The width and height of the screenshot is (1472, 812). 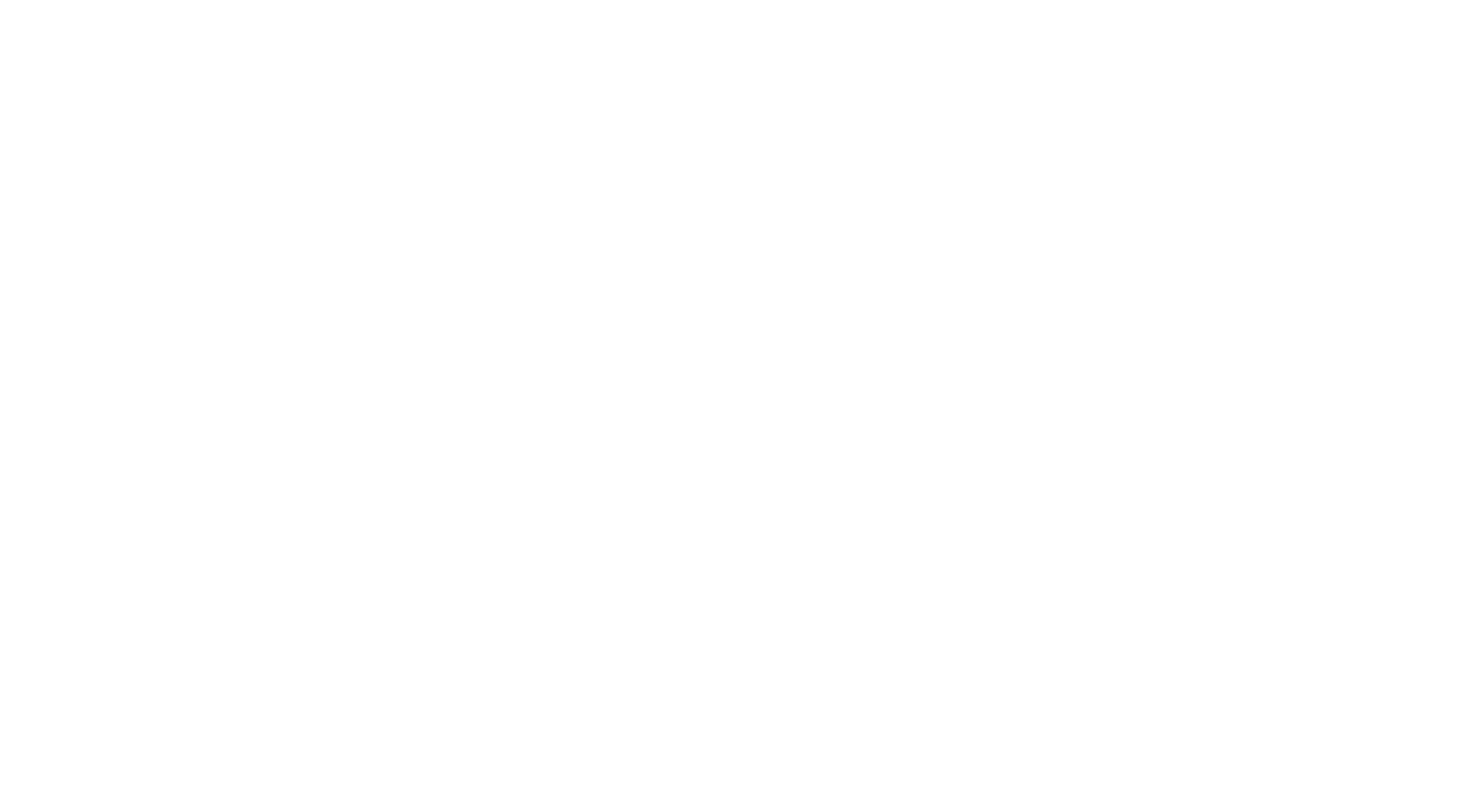 I want to click on 'Fair Trade Tea', so click(x=791, y=679).